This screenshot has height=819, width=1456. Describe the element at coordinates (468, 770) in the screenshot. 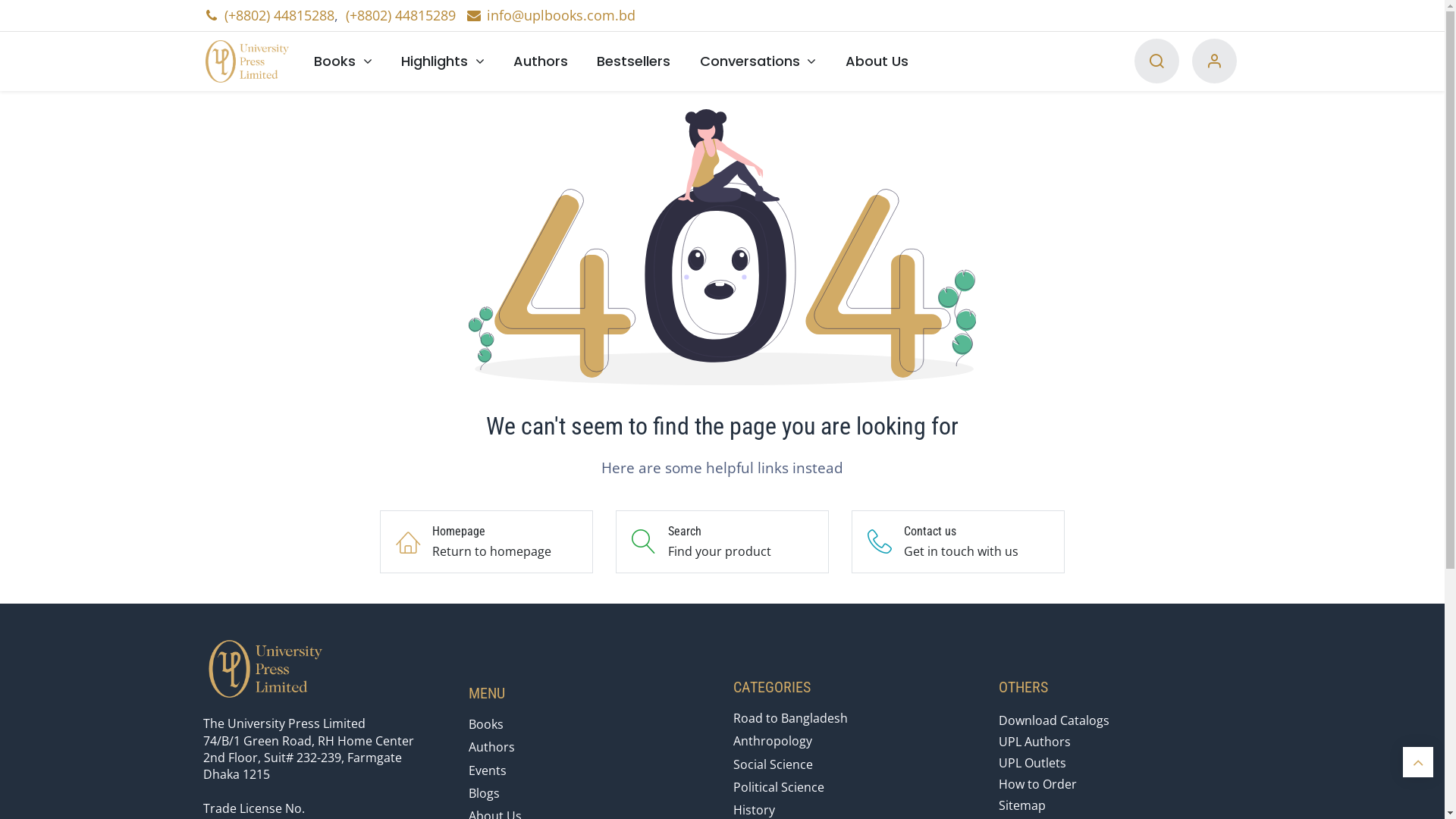

I see `'Events'` at that location.